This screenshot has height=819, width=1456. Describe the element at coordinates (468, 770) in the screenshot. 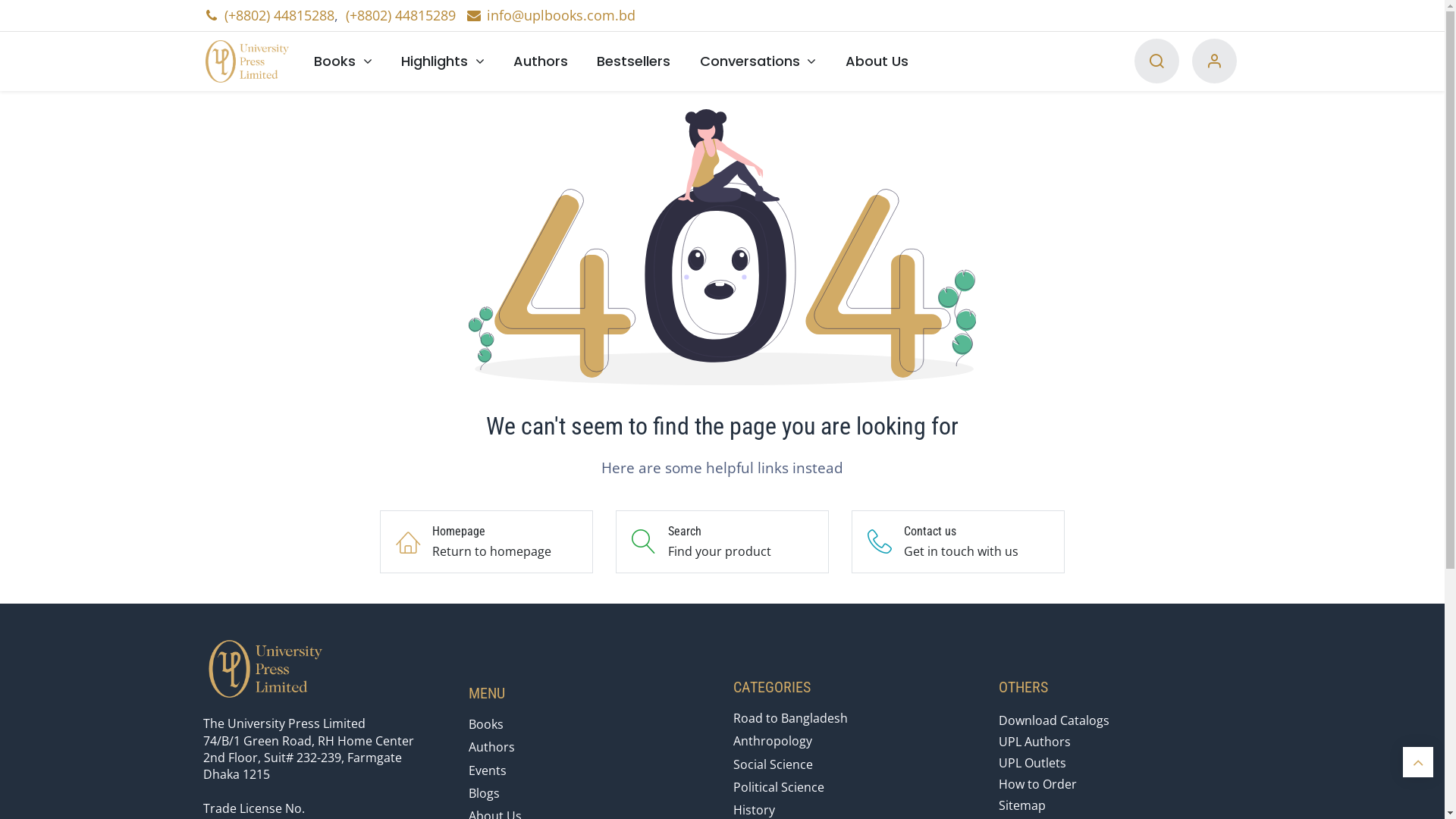

I see `'Events'` at that location.